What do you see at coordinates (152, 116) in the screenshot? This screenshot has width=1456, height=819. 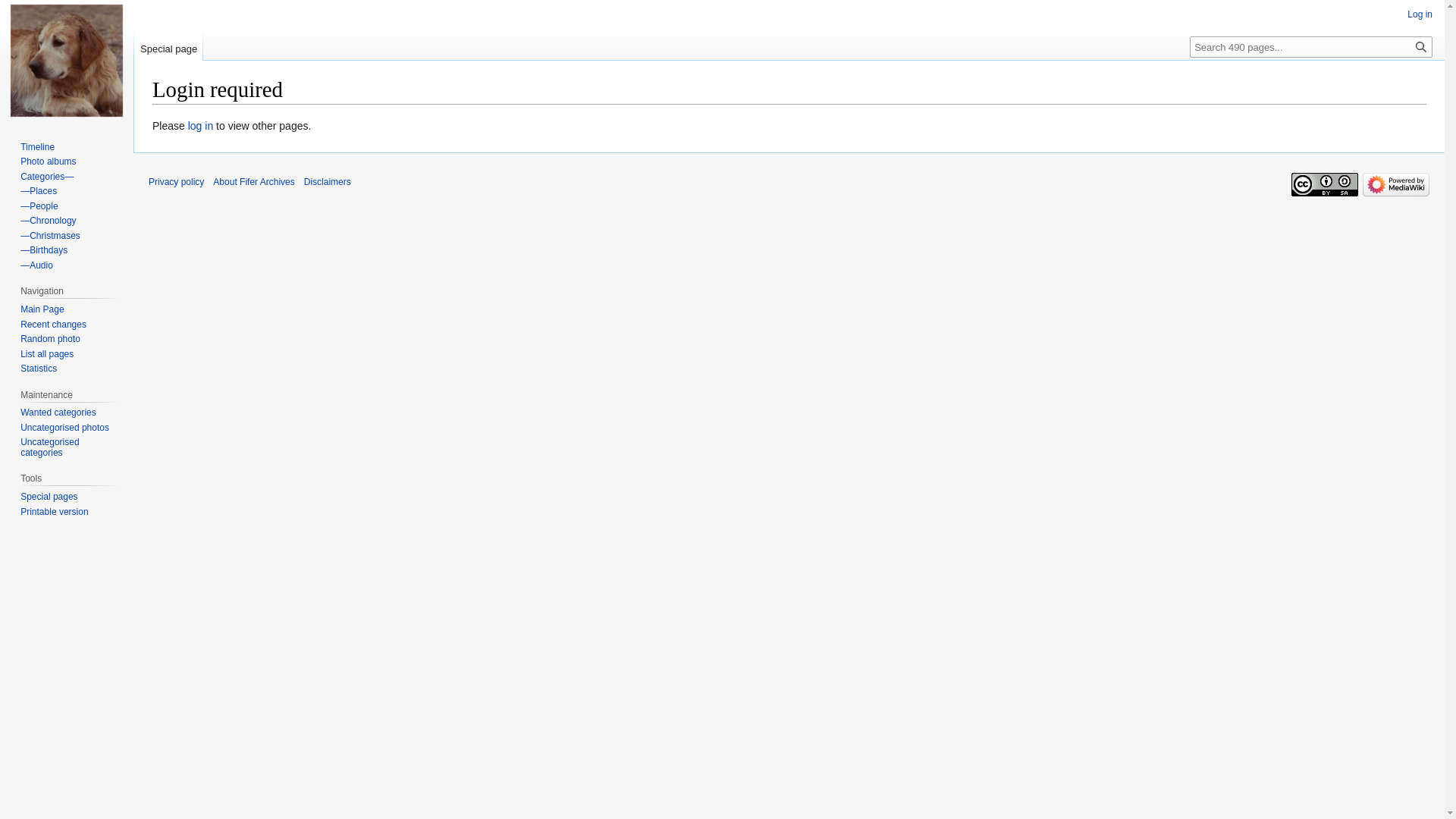 I see `'Jump to navigation'` at bounding box center [152, 116].